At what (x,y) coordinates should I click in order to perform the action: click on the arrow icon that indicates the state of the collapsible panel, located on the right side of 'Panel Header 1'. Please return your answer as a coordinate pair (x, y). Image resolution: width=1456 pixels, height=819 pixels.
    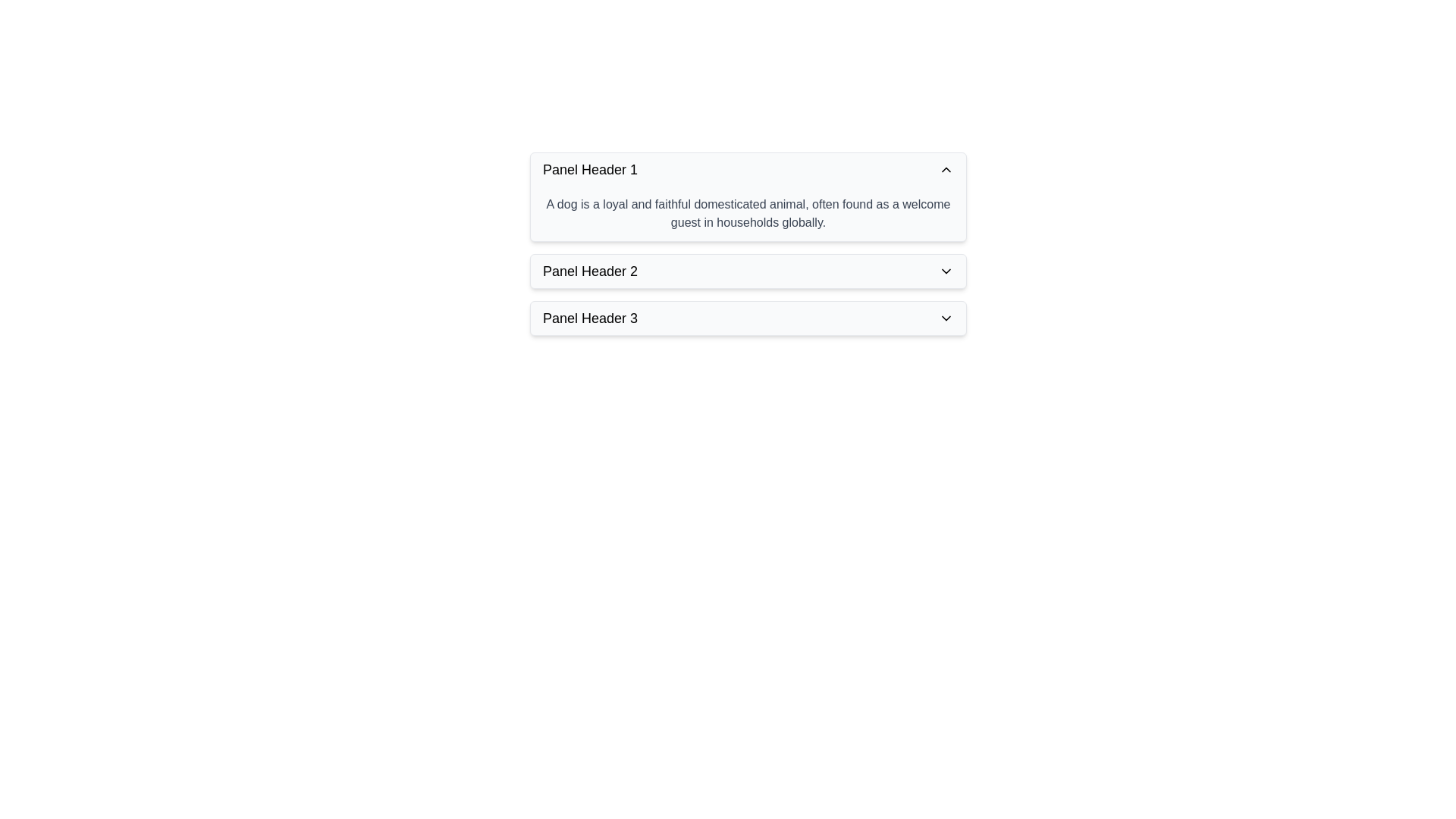
    Looking at the image, I should click on (946, 169).